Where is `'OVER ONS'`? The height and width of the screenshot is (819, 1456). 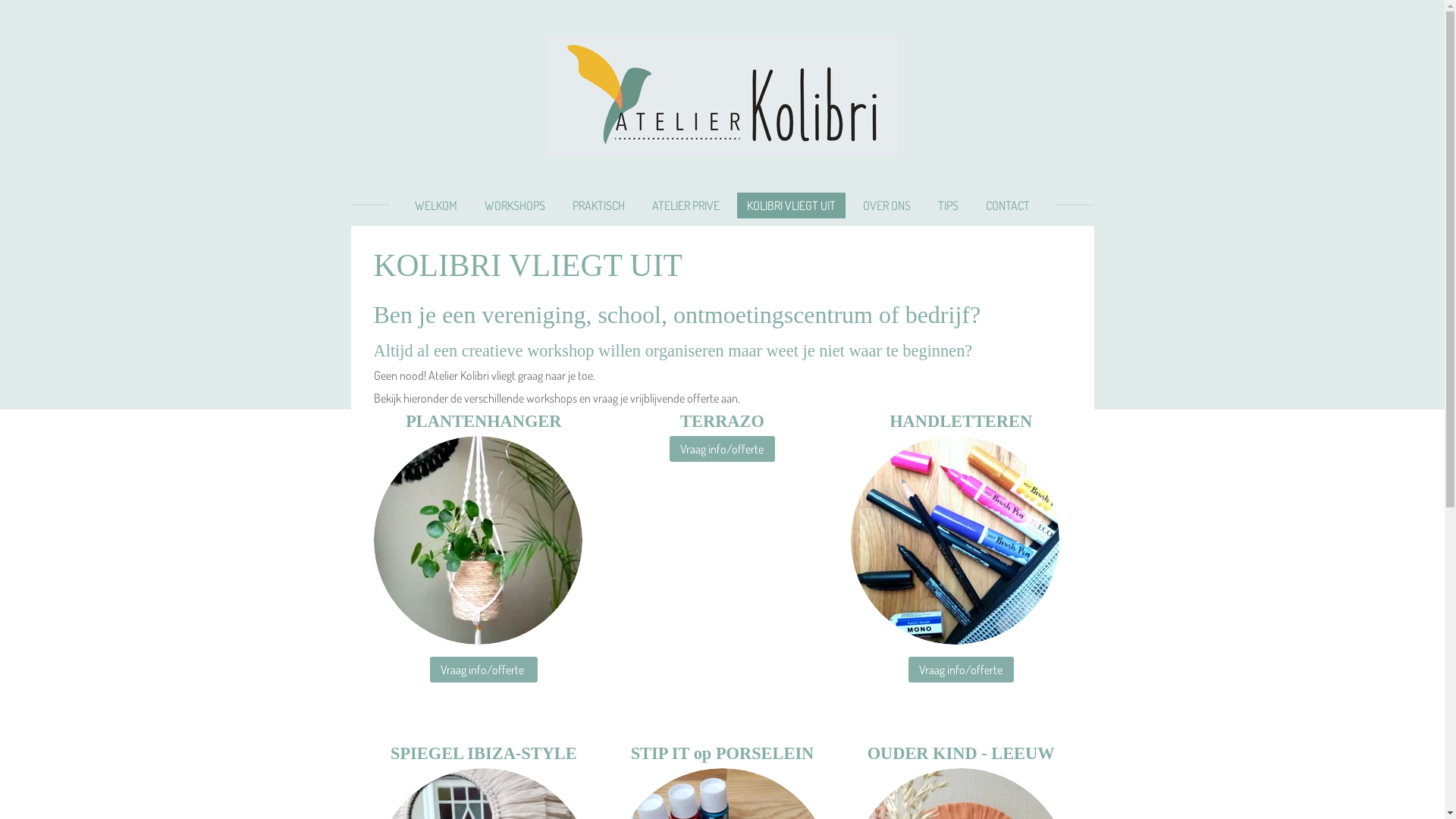 'OVER ONS' is located at coordinates (886, 205).